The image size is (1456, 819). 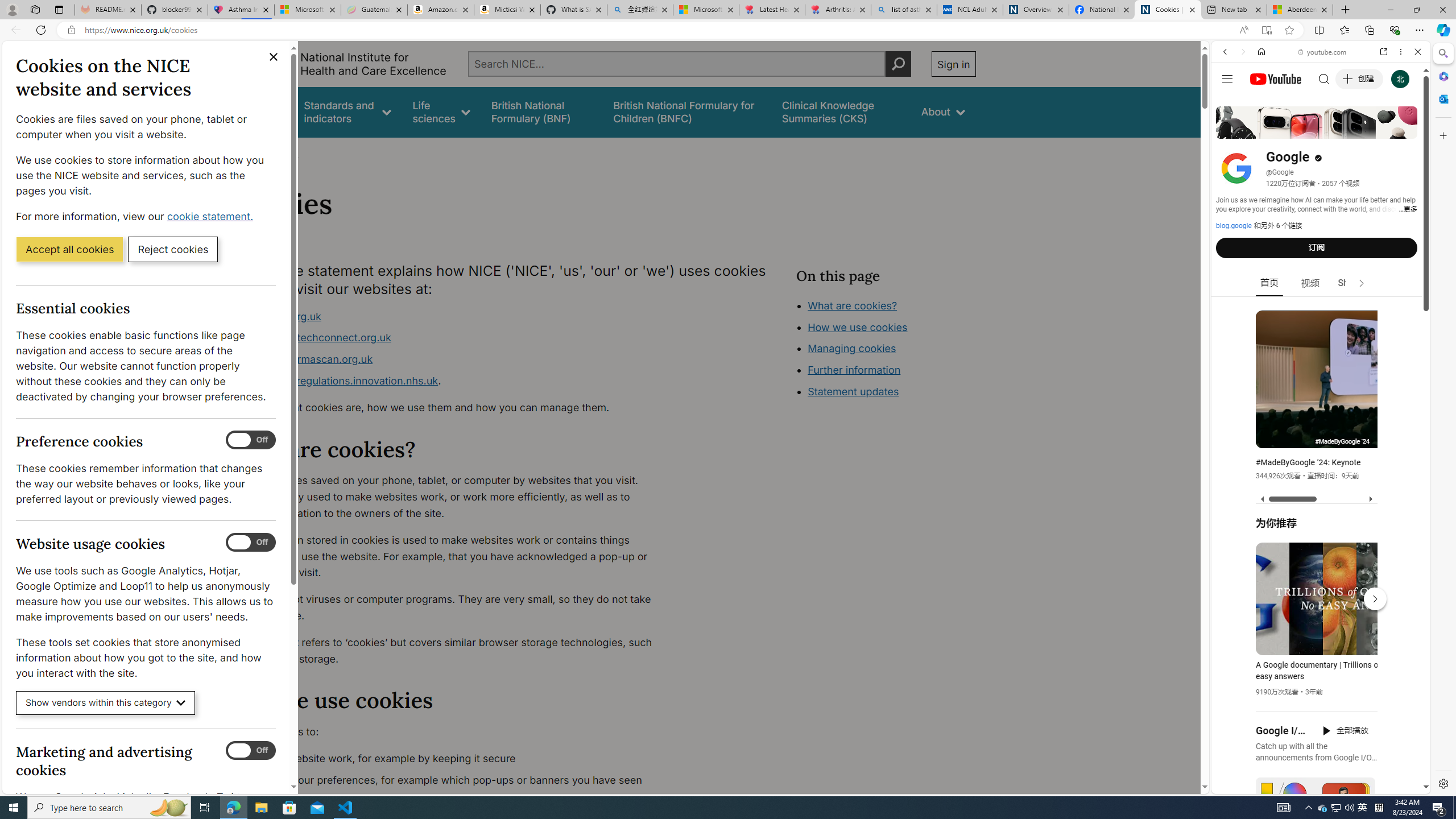 What do you see at coordinates (1300, 9) in the screenshot?
I see `'Aberdeen, Hong Kong SAR hourly forecast | Microsoft Weather'` at bounding box center [1300, 9].